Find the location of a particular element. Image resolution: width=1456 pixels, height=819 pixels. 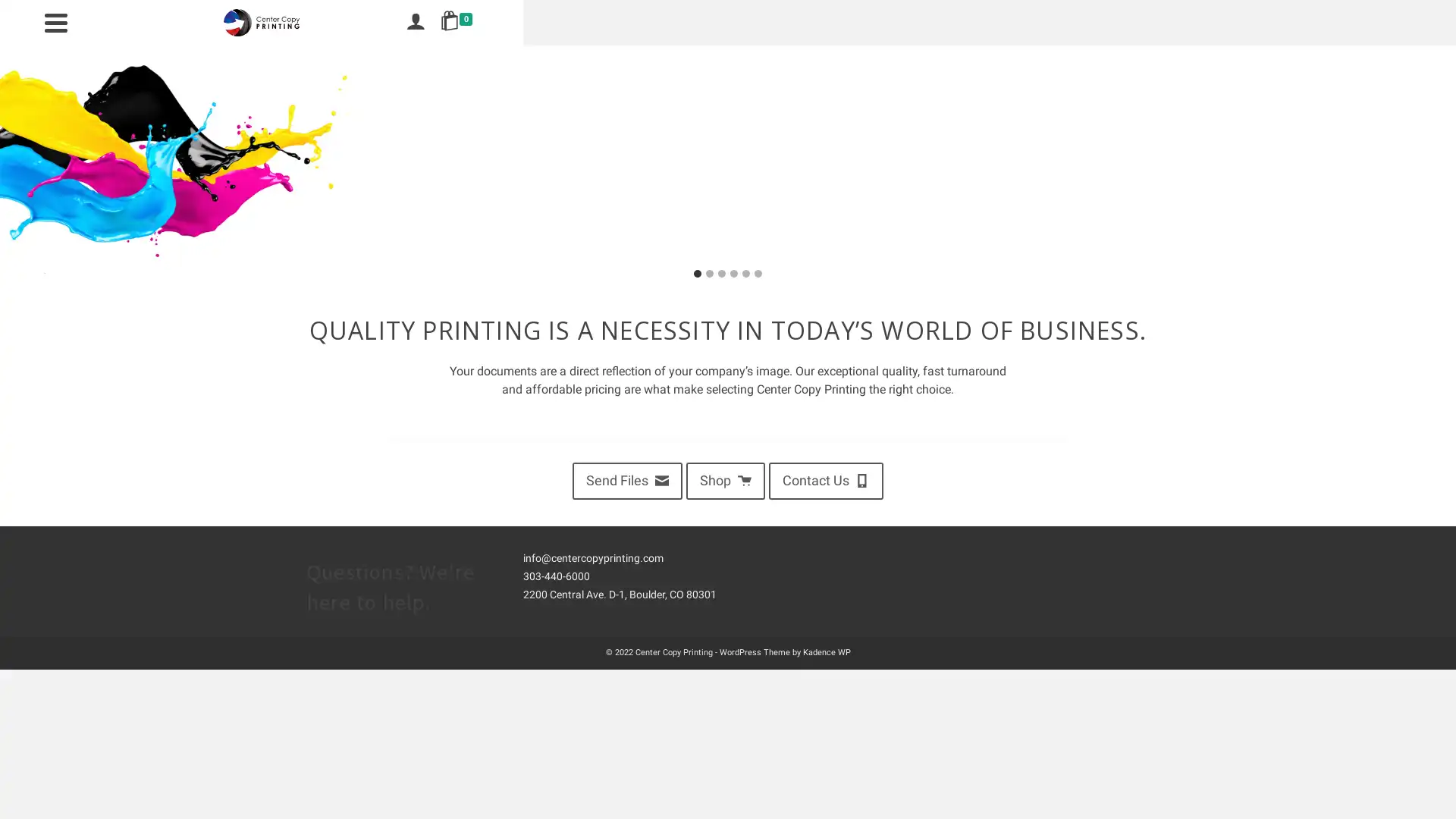

Go to slide 1 is located at coordinates (696, 371).